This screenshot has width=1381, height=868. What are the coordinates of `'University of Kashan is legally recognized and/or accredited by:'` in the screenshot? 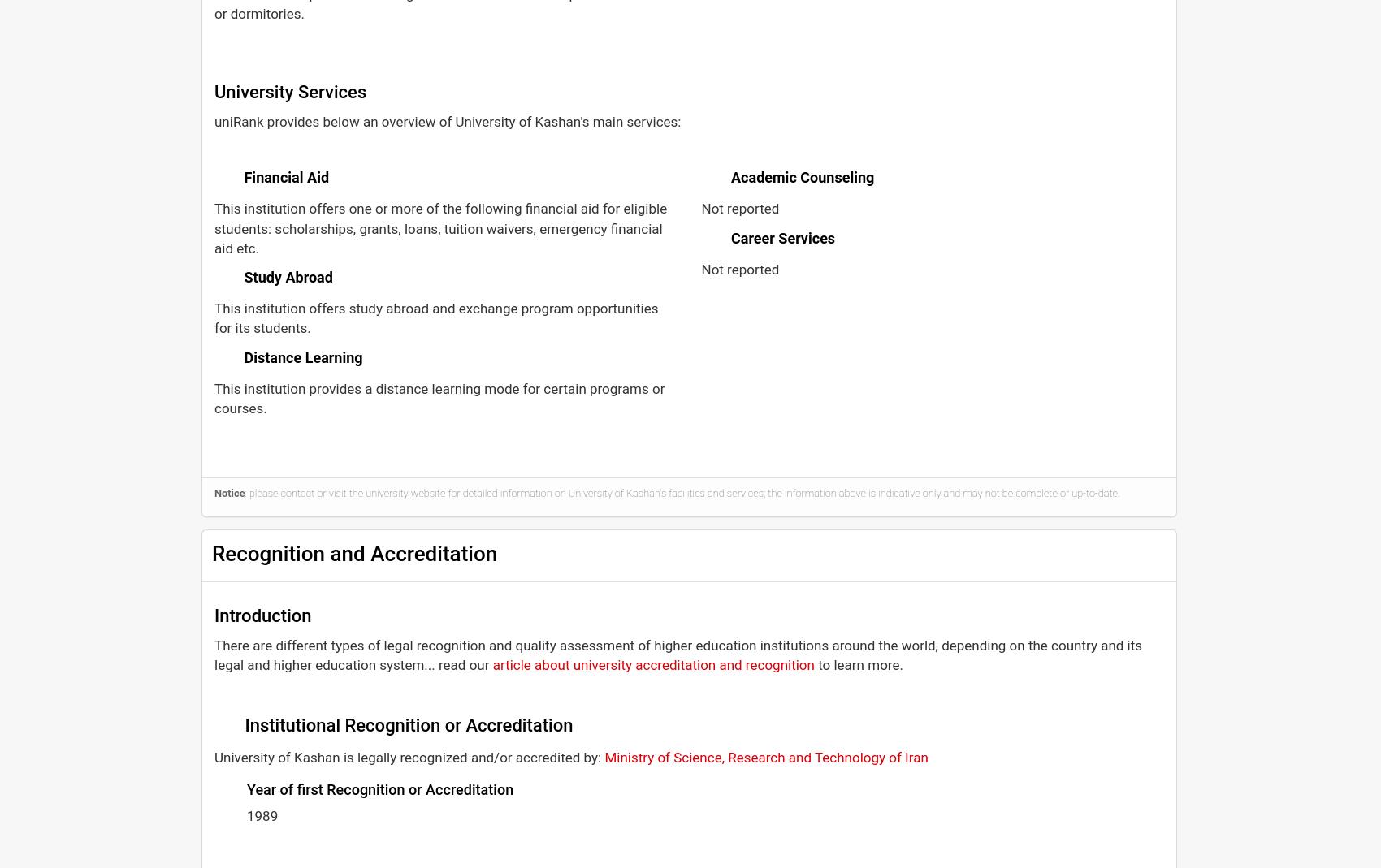 It's located at (214, 755).